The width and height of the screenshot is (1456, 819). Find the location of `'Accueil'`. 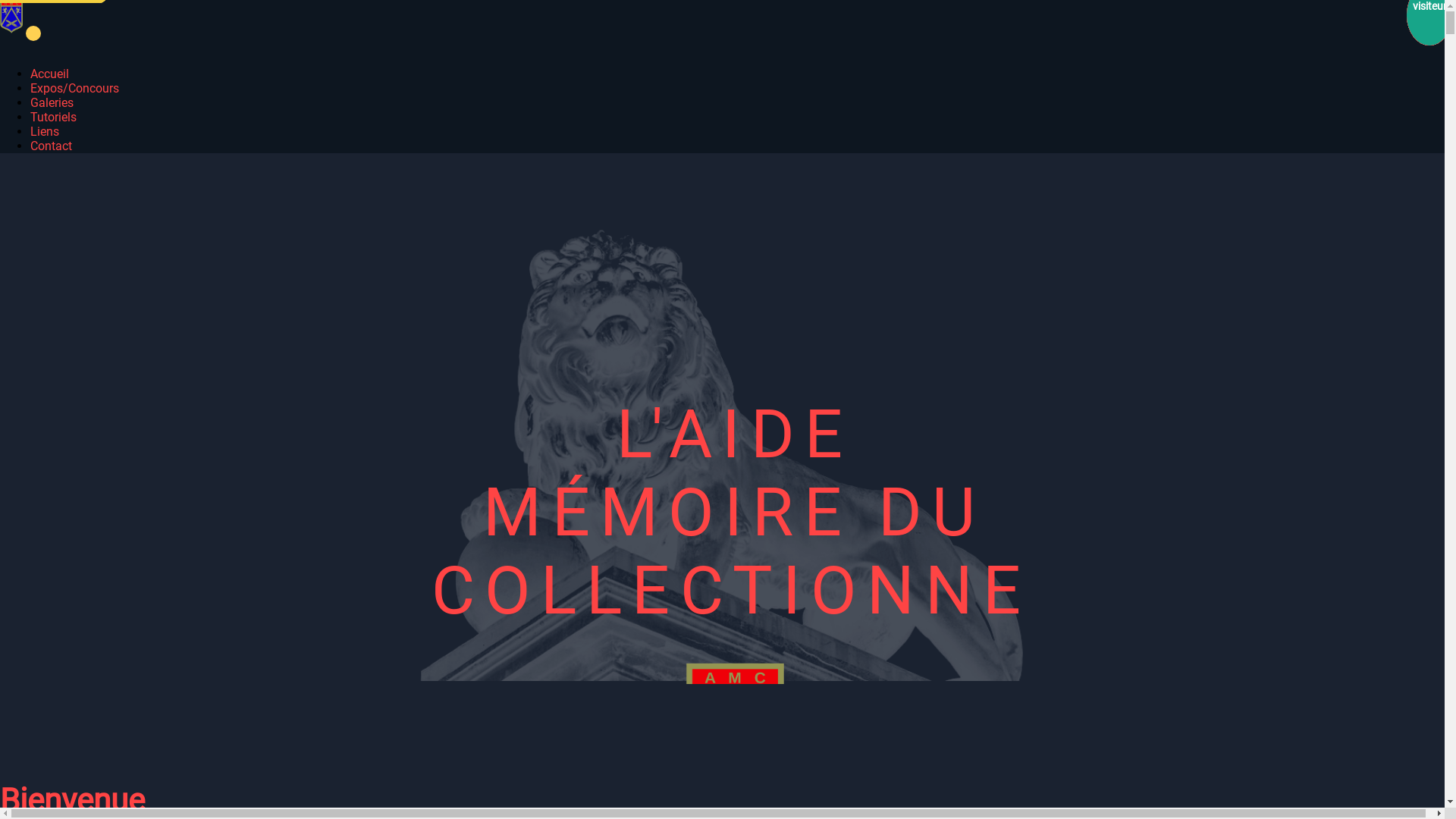

'Accueil' is located at coordinates (30, 74).